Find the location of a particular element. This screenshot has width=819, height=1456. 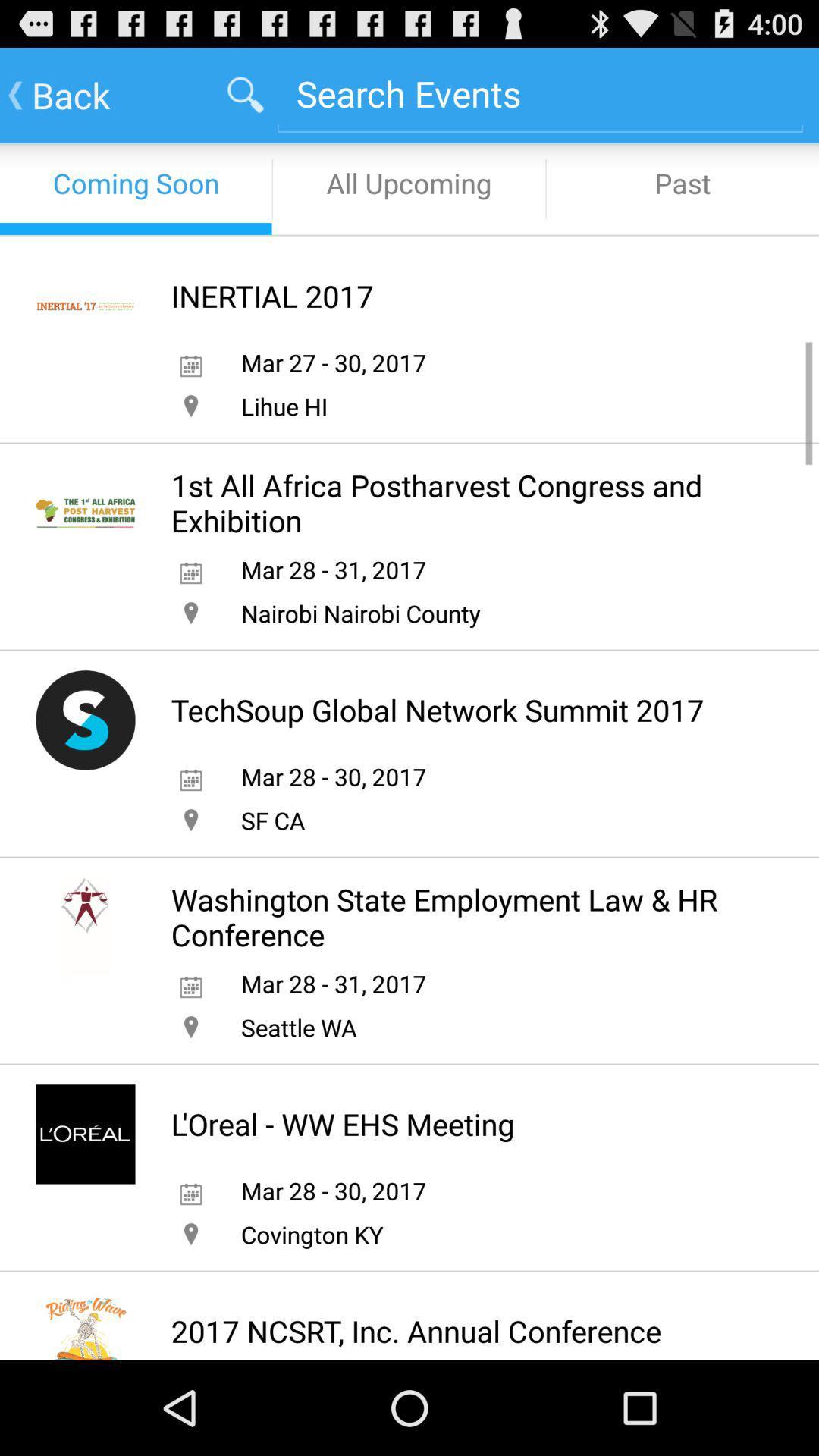

the lihue hi item is located at coordinates (284, 406).